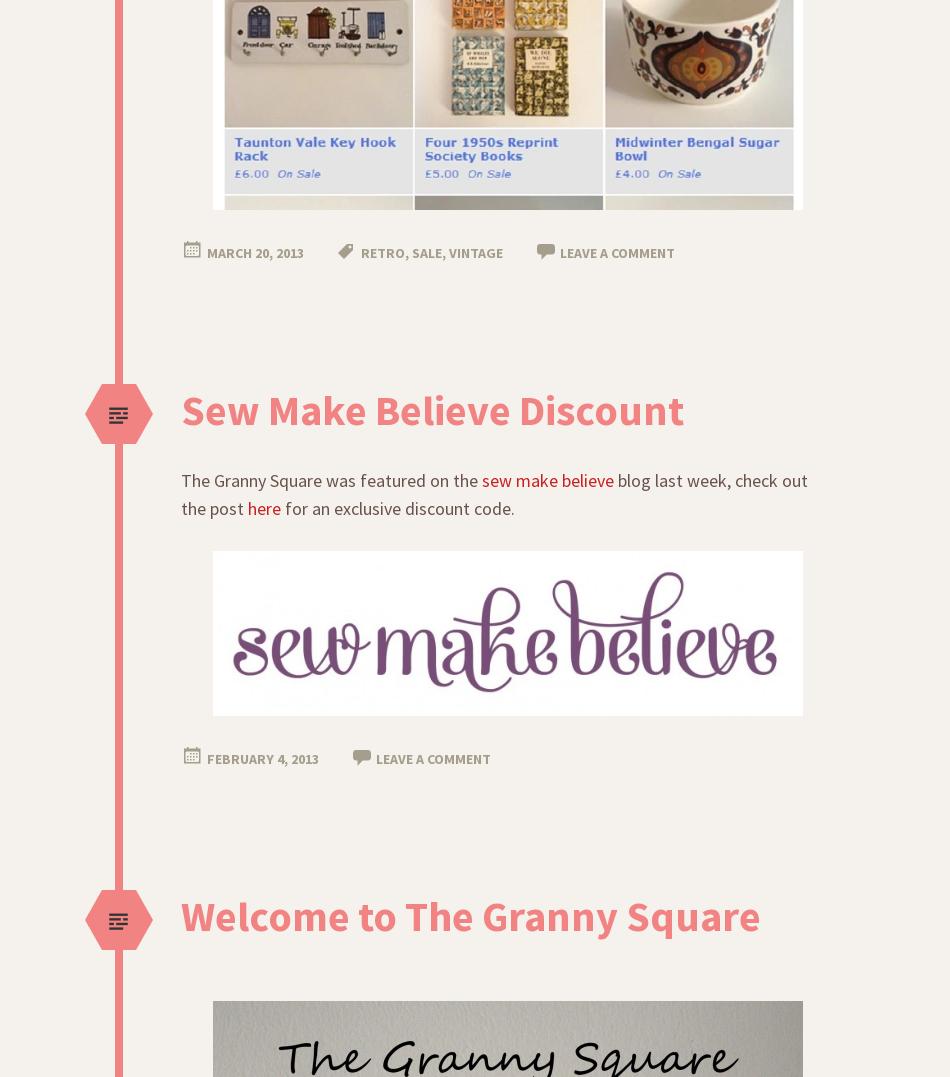 This screenshot has height=1077, width=950. Describe the element at coordinates (547, 480) in the screenshot. I see `'sew make believe'` at that location.